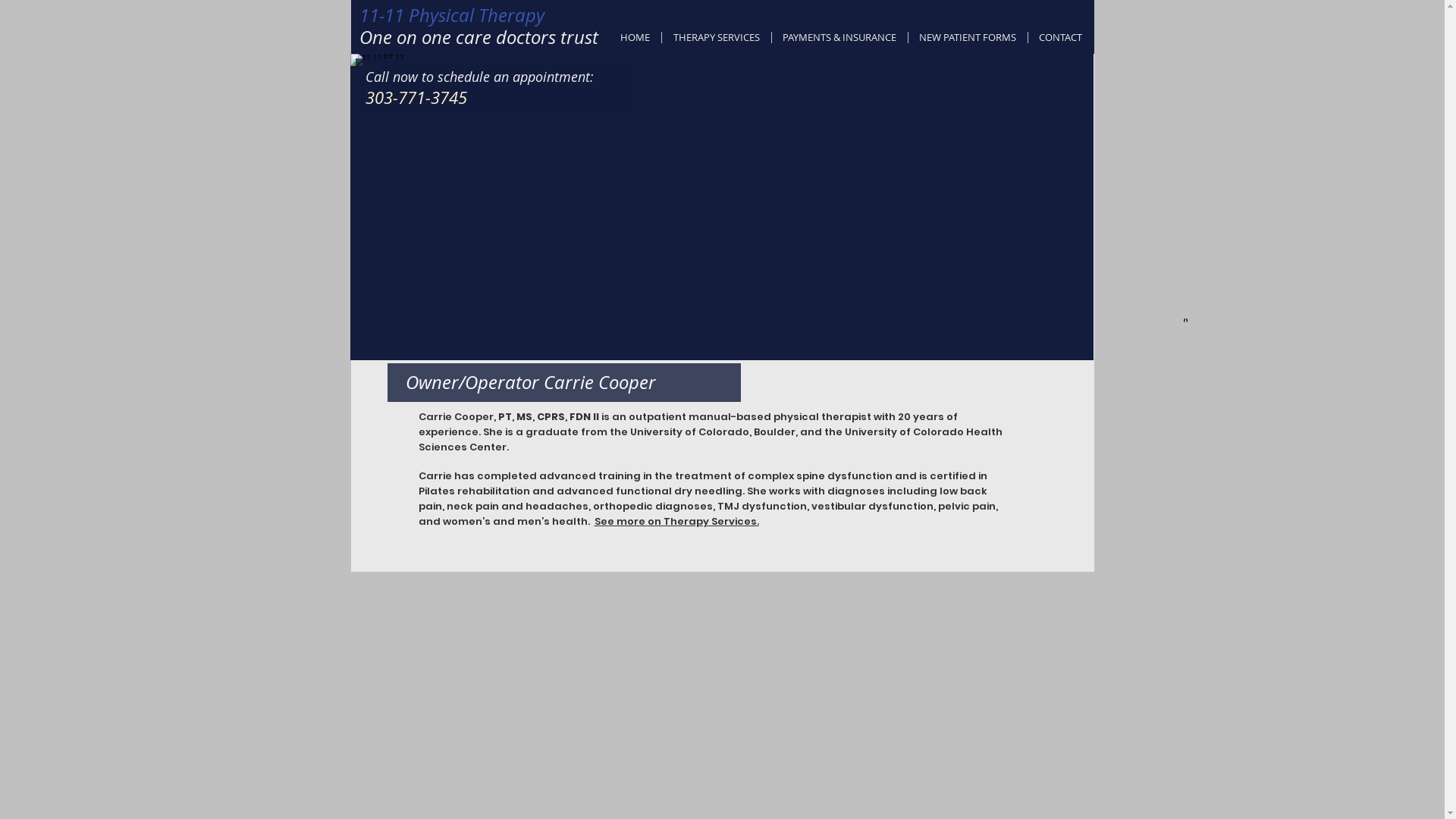 Image resolution: width=1456 pixels, height=819 pixels. What do you see at coordinates (593, 520) in the screenshot?
I see `'See more on Therapy Services.'` at bounding box center [593, 520].